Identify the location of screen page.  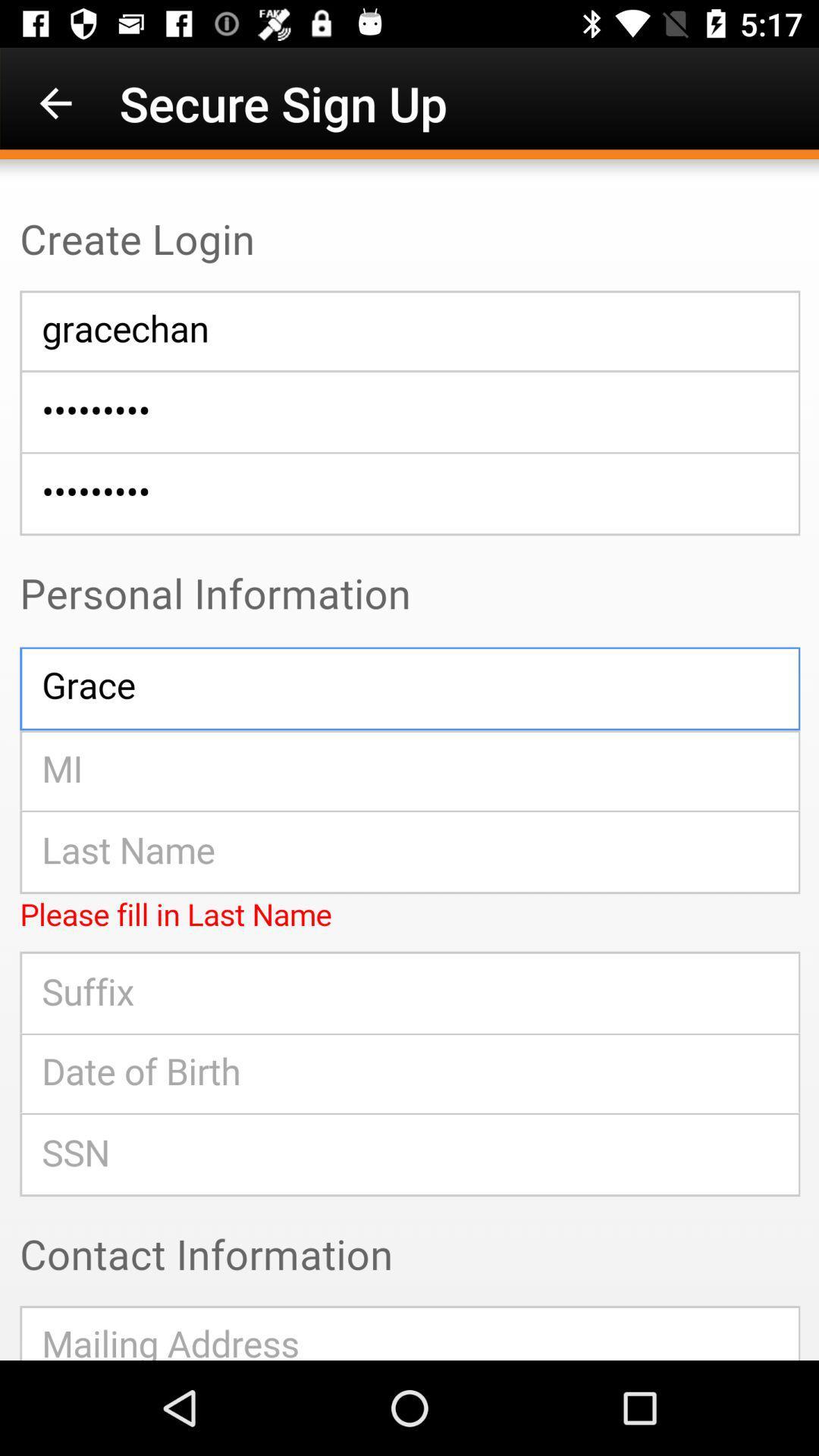
(409, 760).